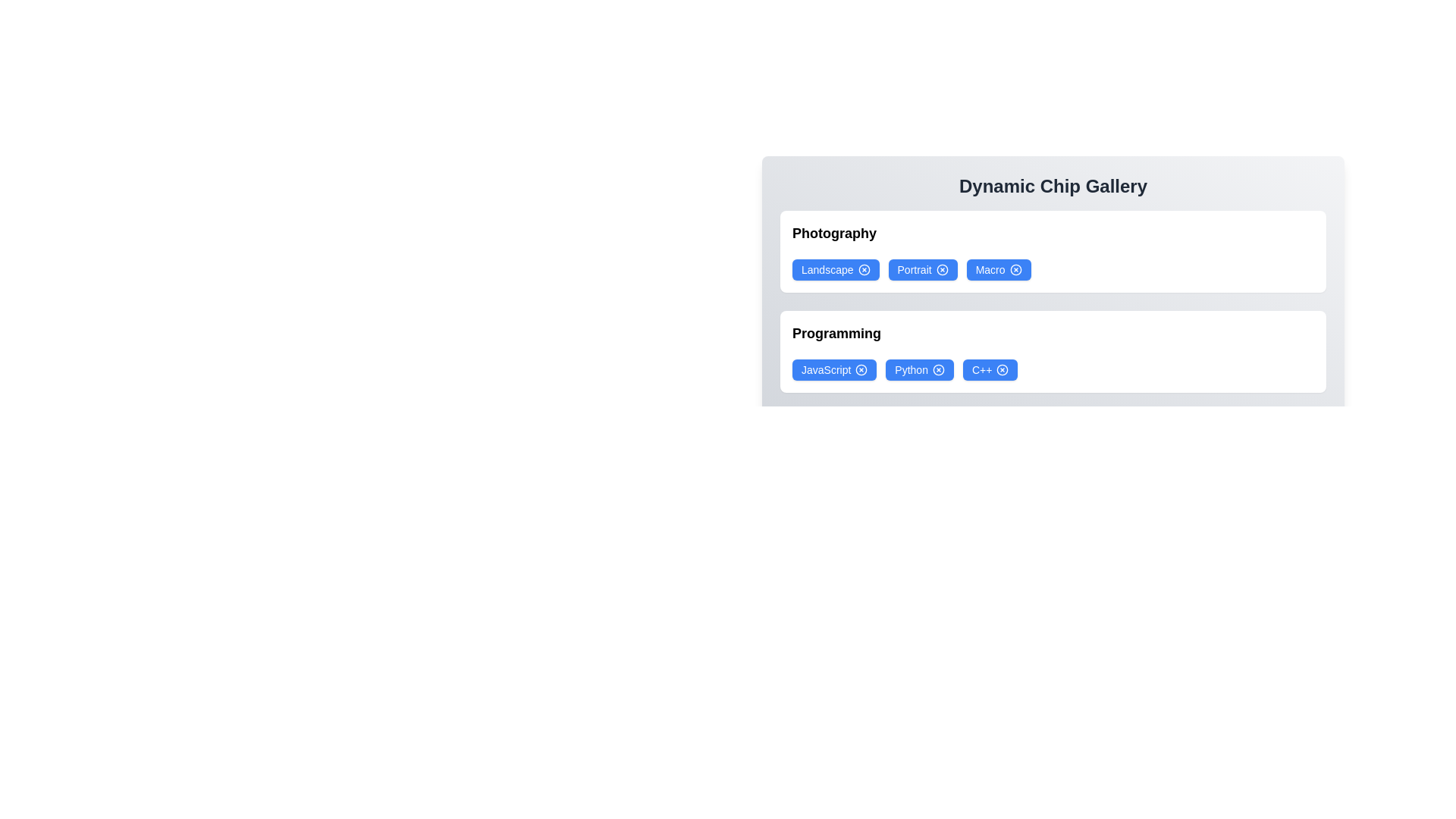 This screenshot has height=819, width=1456. What do you see at coordinates (990, 370) in the screenshot?
I see `the chip labeled C++ to select it` at bounding box center [990, 370].